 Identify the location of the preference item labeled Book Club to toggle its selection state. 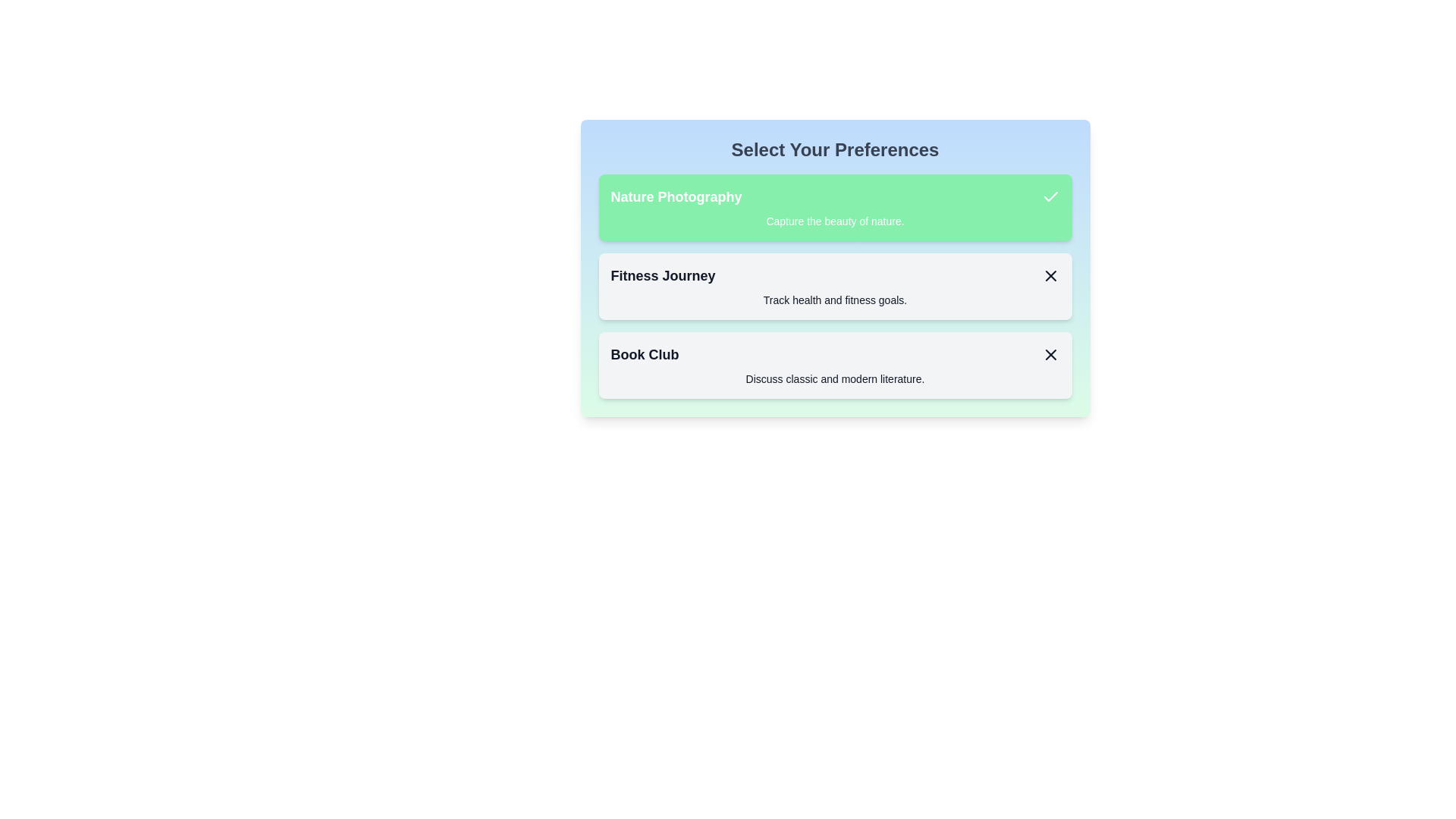
(834, 366).